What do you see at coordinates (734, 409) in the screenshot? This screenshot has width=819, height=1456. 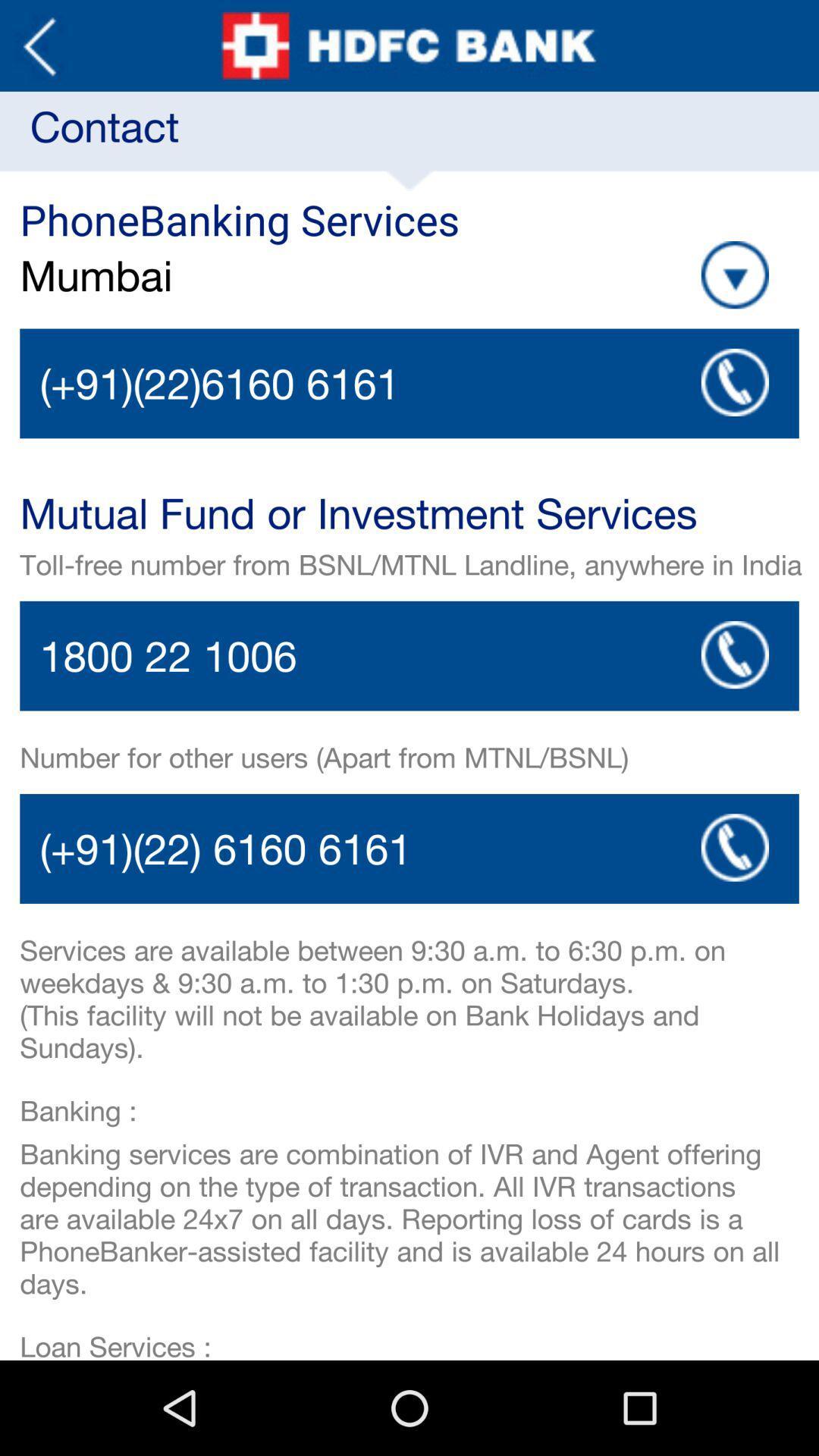 I see `the call icon` at bounding box center [734, 409].